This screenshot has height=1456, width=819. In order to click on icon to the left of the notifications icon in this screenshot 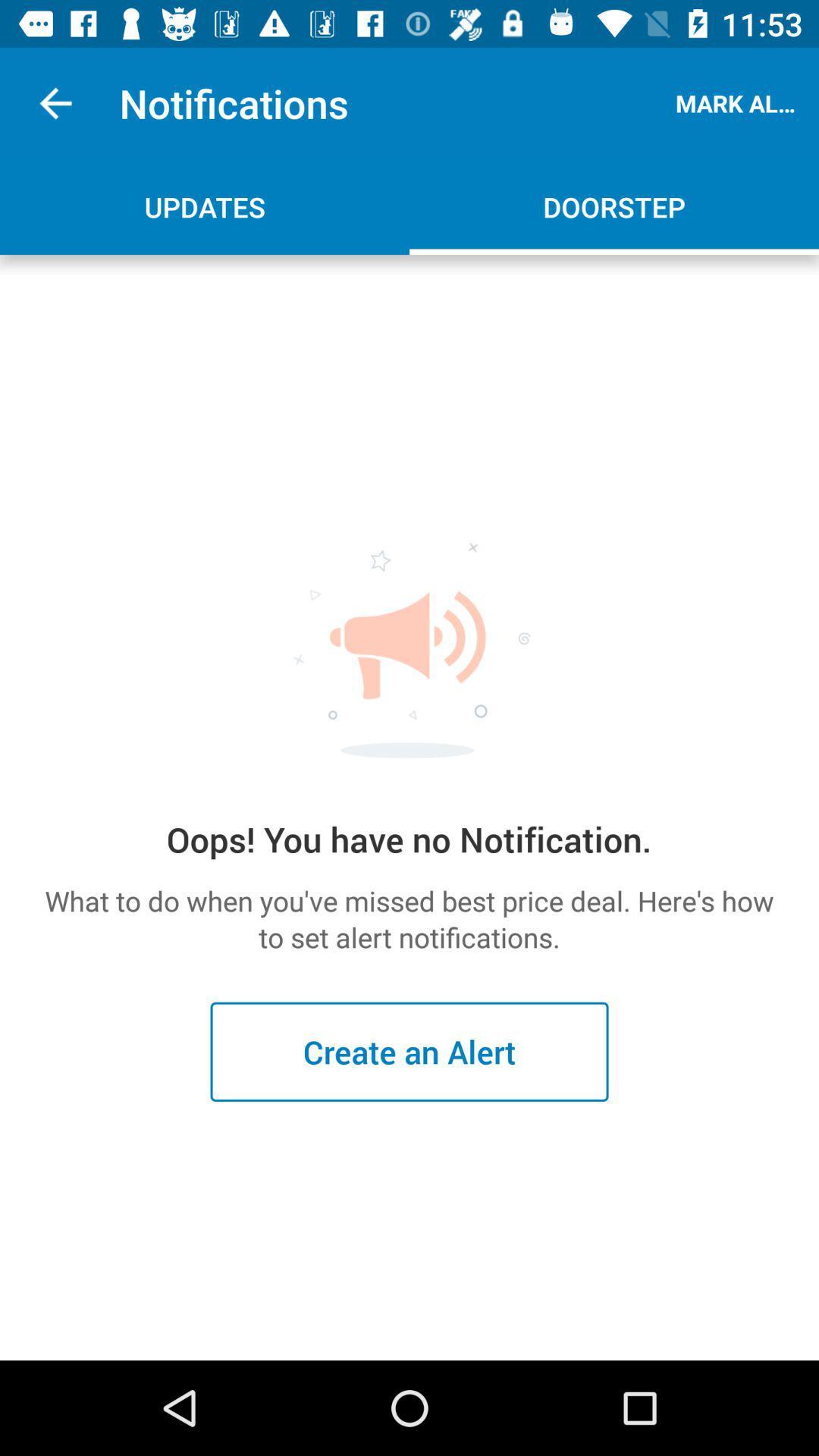, I will do `click(55, 102)`.